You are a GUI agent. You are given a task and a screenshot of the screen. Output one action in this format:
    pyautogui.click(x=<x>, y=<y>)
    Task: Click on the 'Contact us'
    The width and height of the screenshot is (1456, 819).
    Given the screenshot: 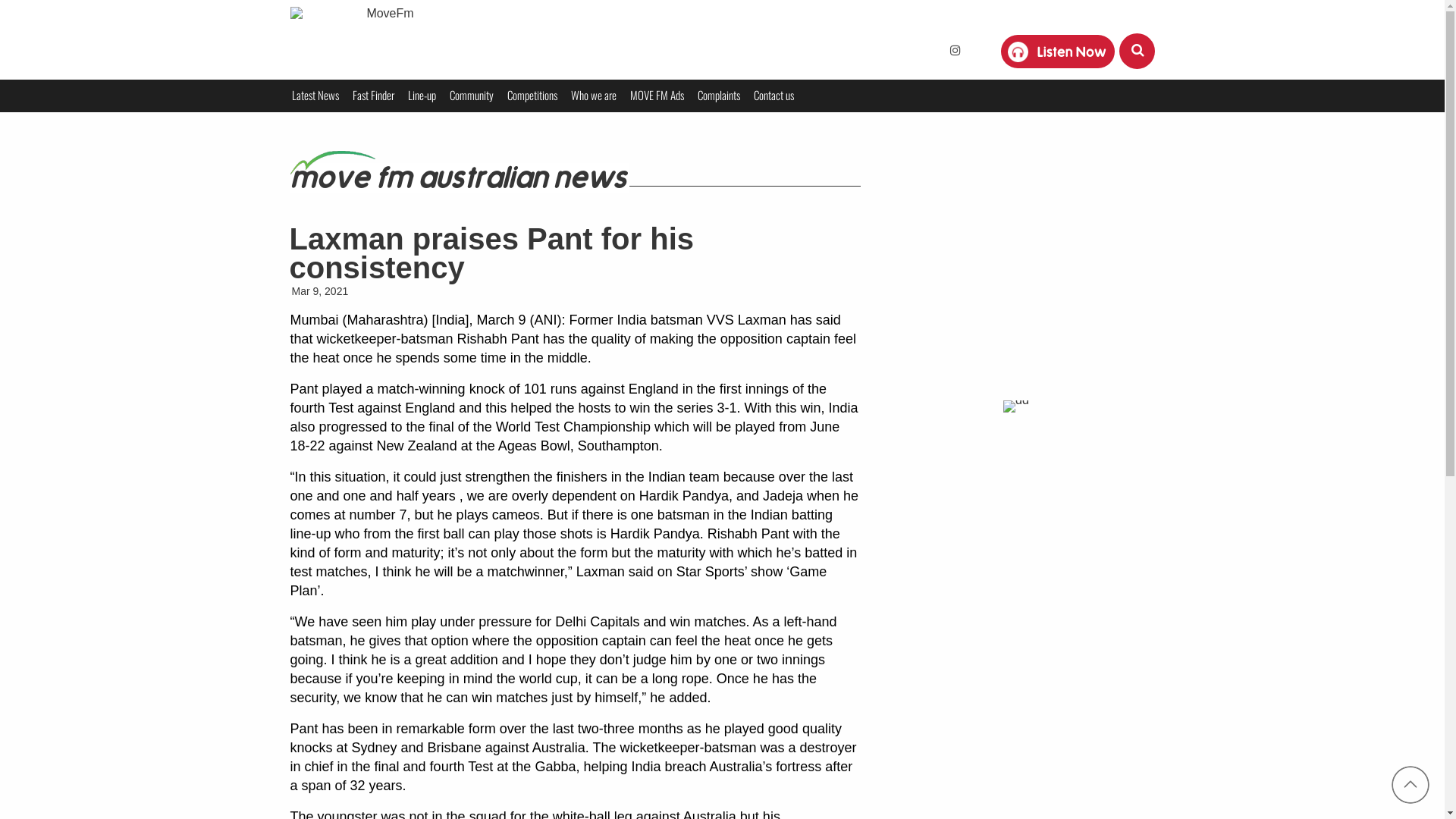 What is the action you would take?
    pyautogui.click(x=773, y=96)
    